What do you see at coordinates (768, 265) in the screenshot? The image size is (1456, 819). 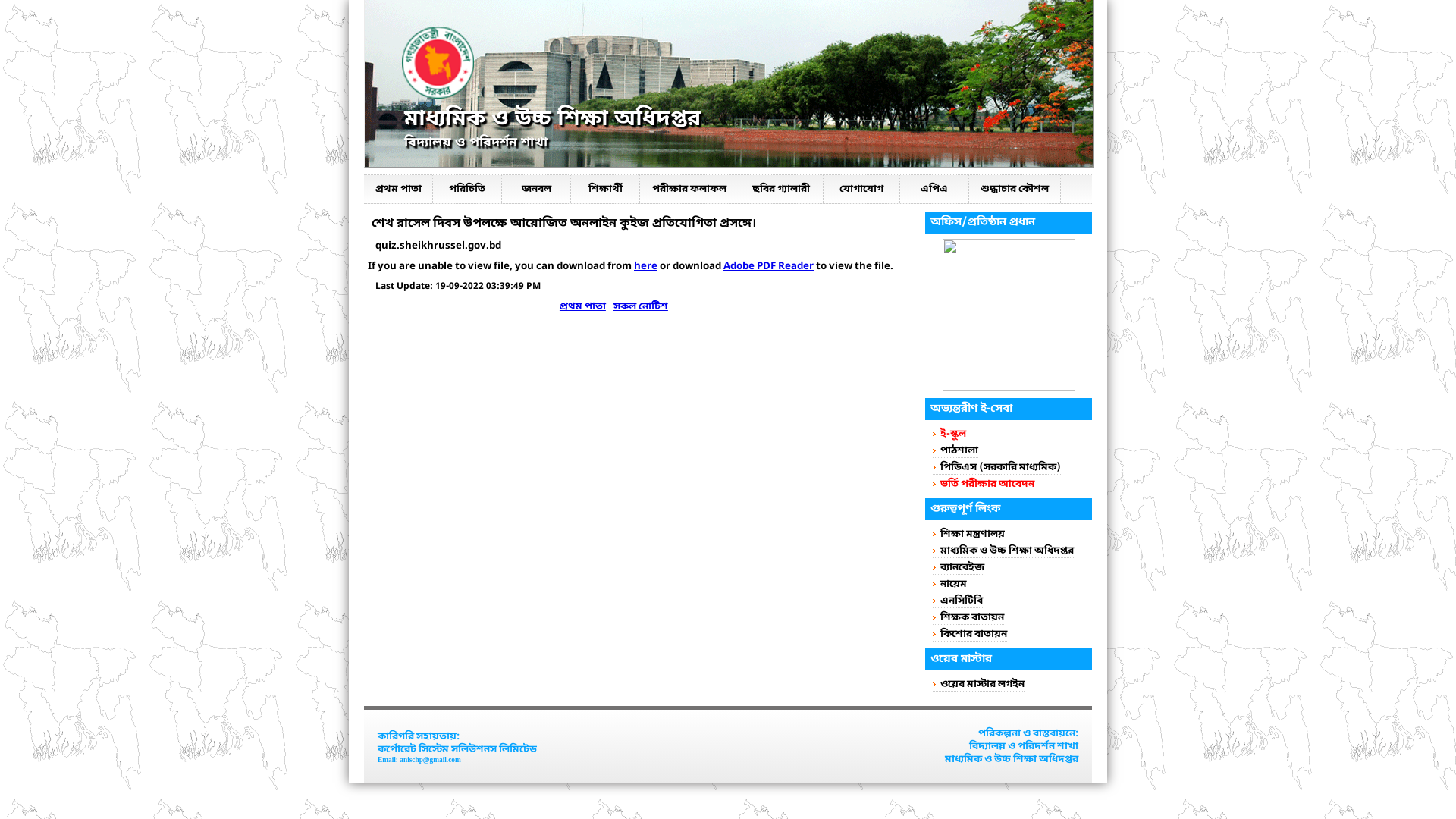 I see `'Adobe PDF Reader'` at bounding box center [768, 265].